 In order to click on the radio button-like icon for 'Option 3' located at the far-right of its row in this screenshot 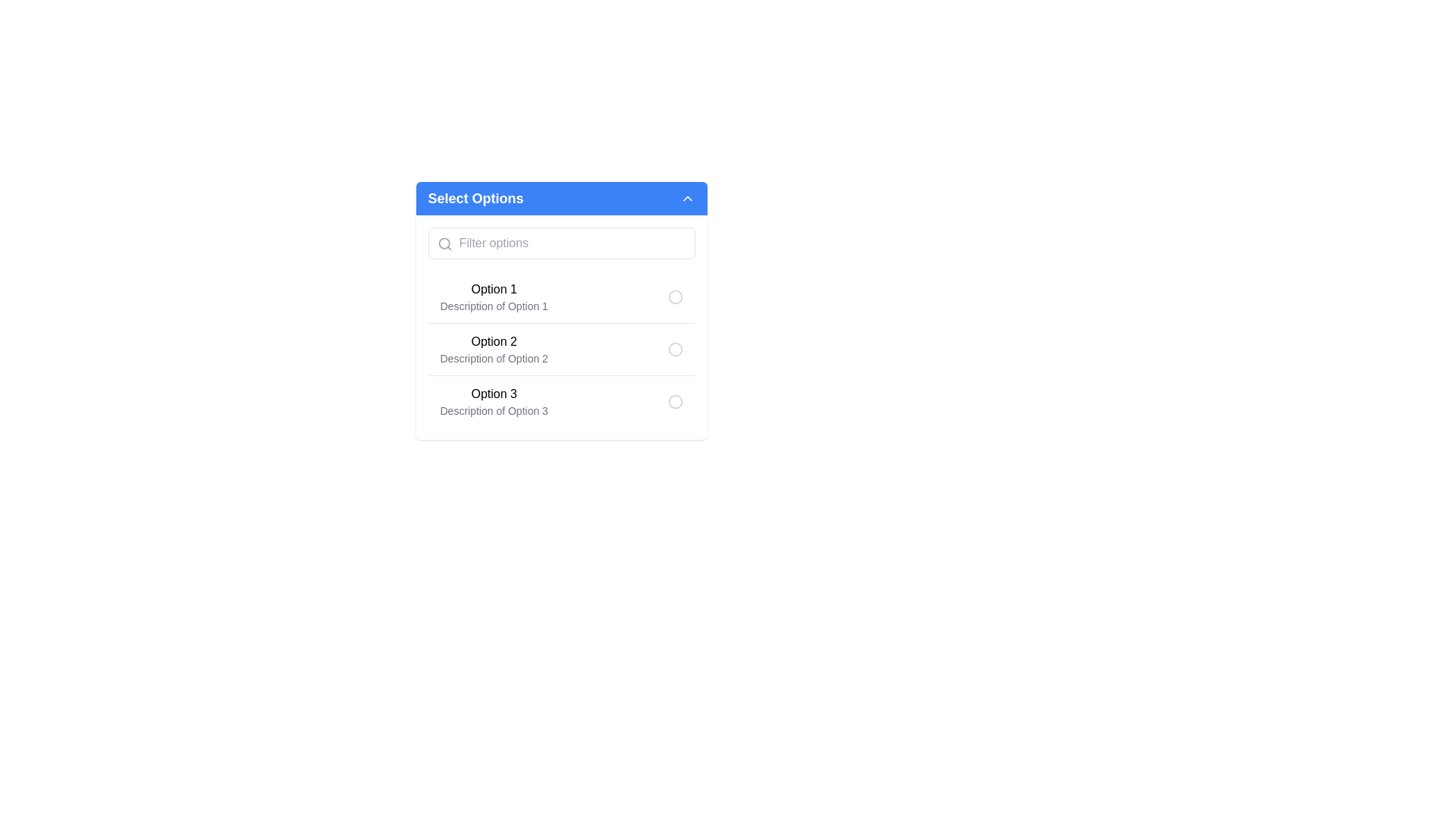, I will do `click(674, 400)`.